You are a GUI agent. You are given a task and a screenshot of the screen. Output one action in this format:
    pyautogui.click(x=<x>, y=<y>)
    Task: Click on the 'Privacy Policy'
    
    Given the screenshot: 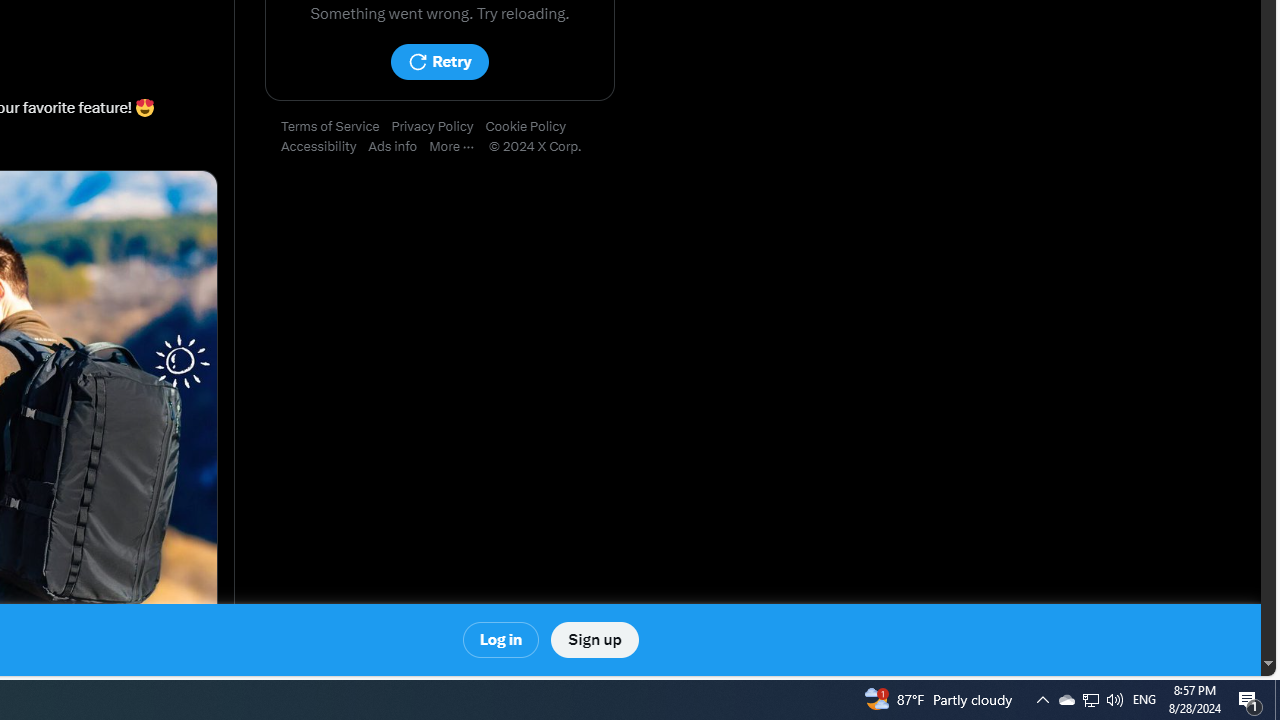 What is the action you would take?
    pyautogui.click(x=437, y=127)
    